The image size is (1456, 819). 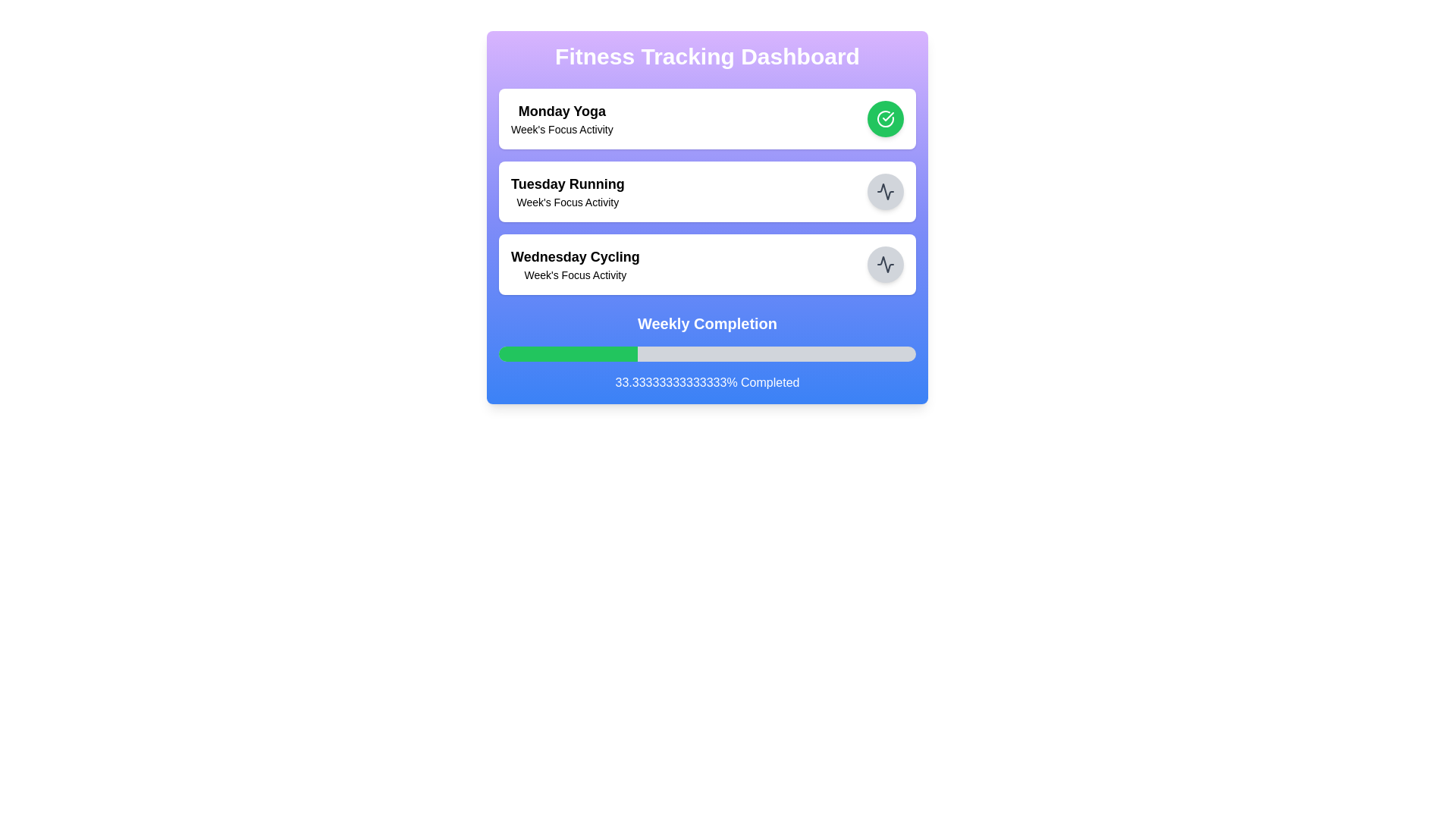 What do you see at coordinates (566, 191) in the screenshot?
I see `the 'Tuesday Running' text label, which is the second element in a vertical list, positioned under 'Monday Yoga' and above 'Wednesday Cycling'` at bounding box center [566, 191].